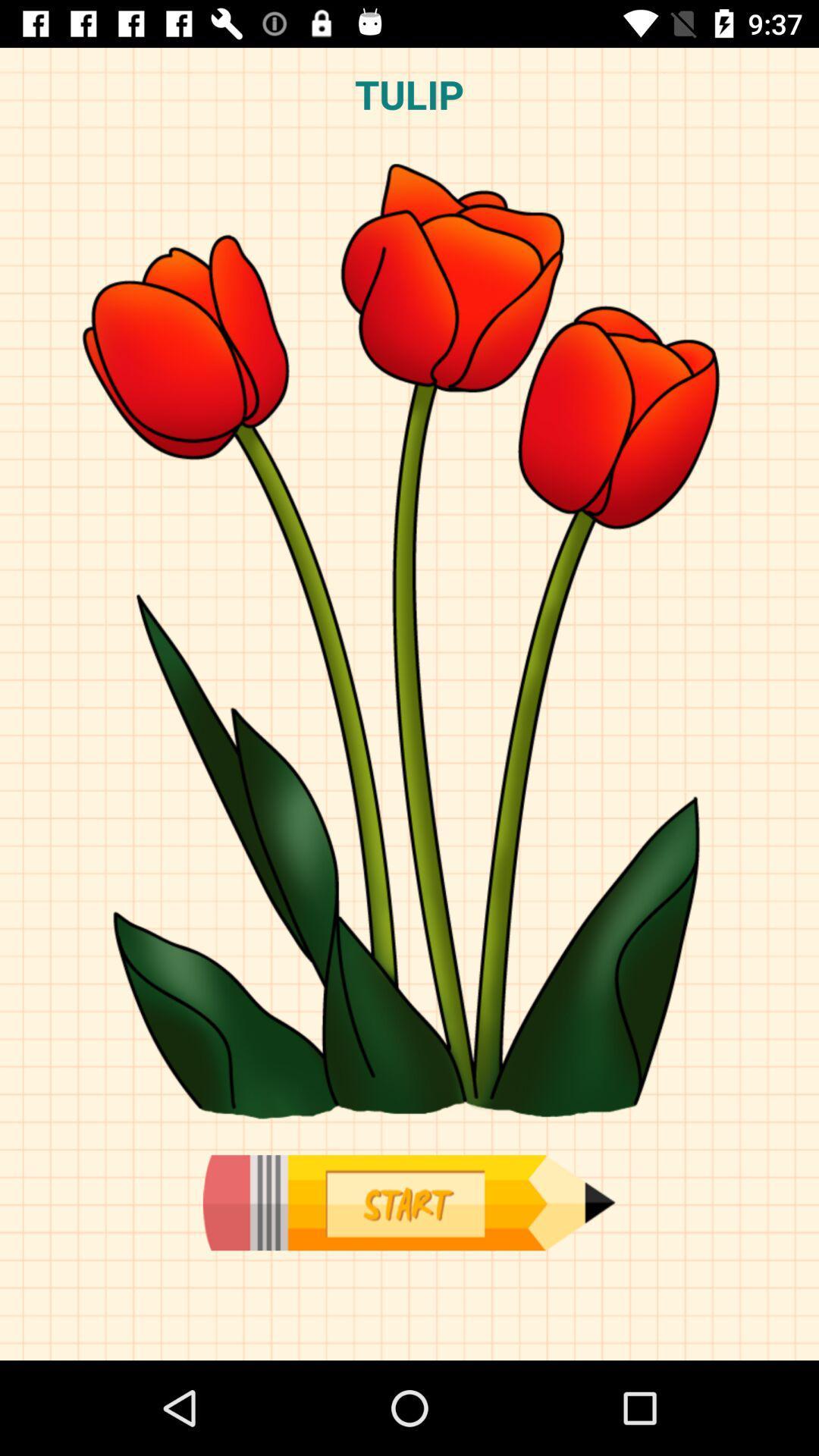  Describe the element at coordinates (408, 1202) in the screenshot. I see `start here` at that location.